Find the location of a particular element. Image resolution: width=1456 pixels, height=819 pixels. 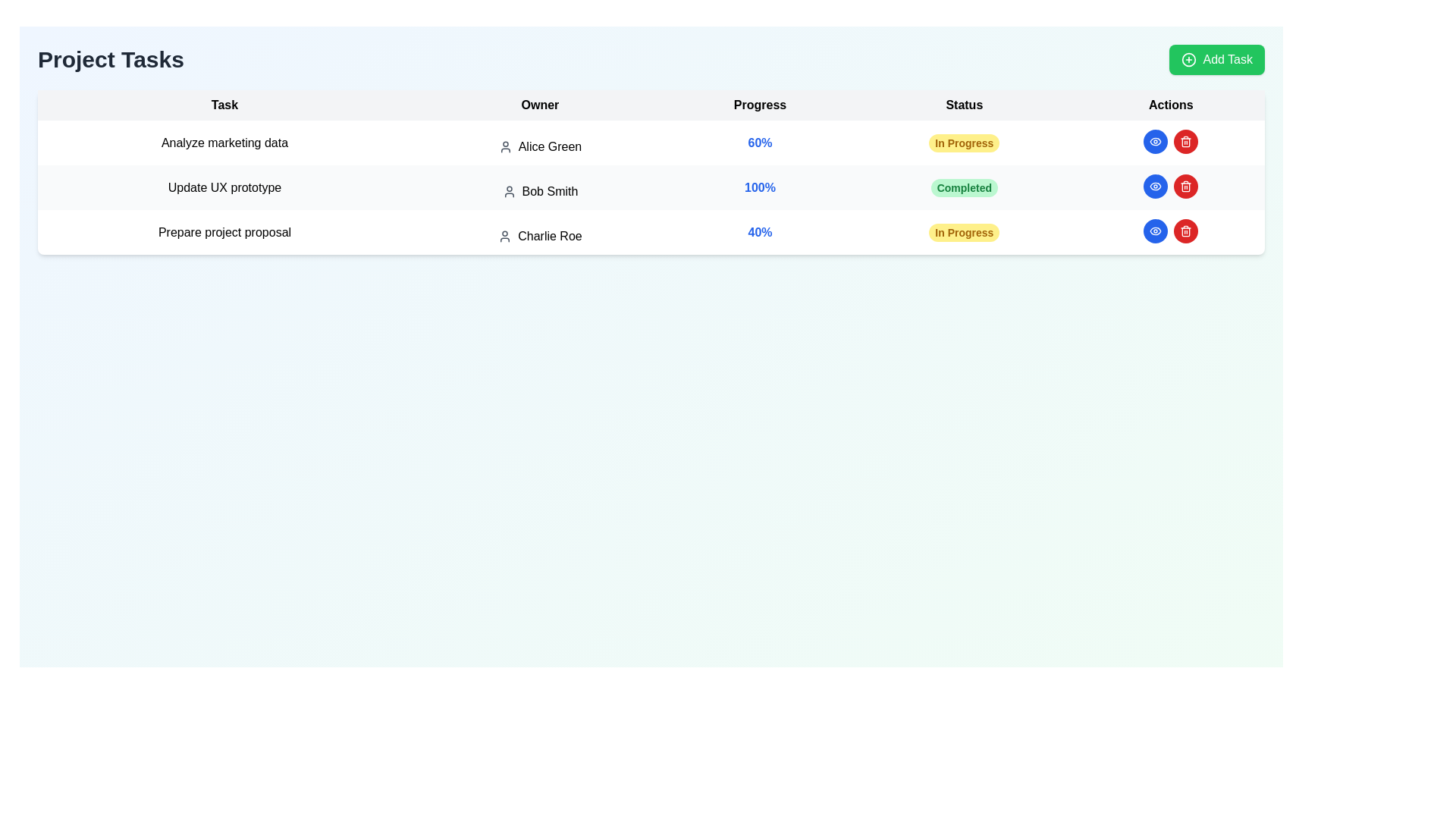

the red delete button in the actions column of the table for the task titled 'Update UX prototype' to initiate task deletion is located at coordinates (1185, 186).